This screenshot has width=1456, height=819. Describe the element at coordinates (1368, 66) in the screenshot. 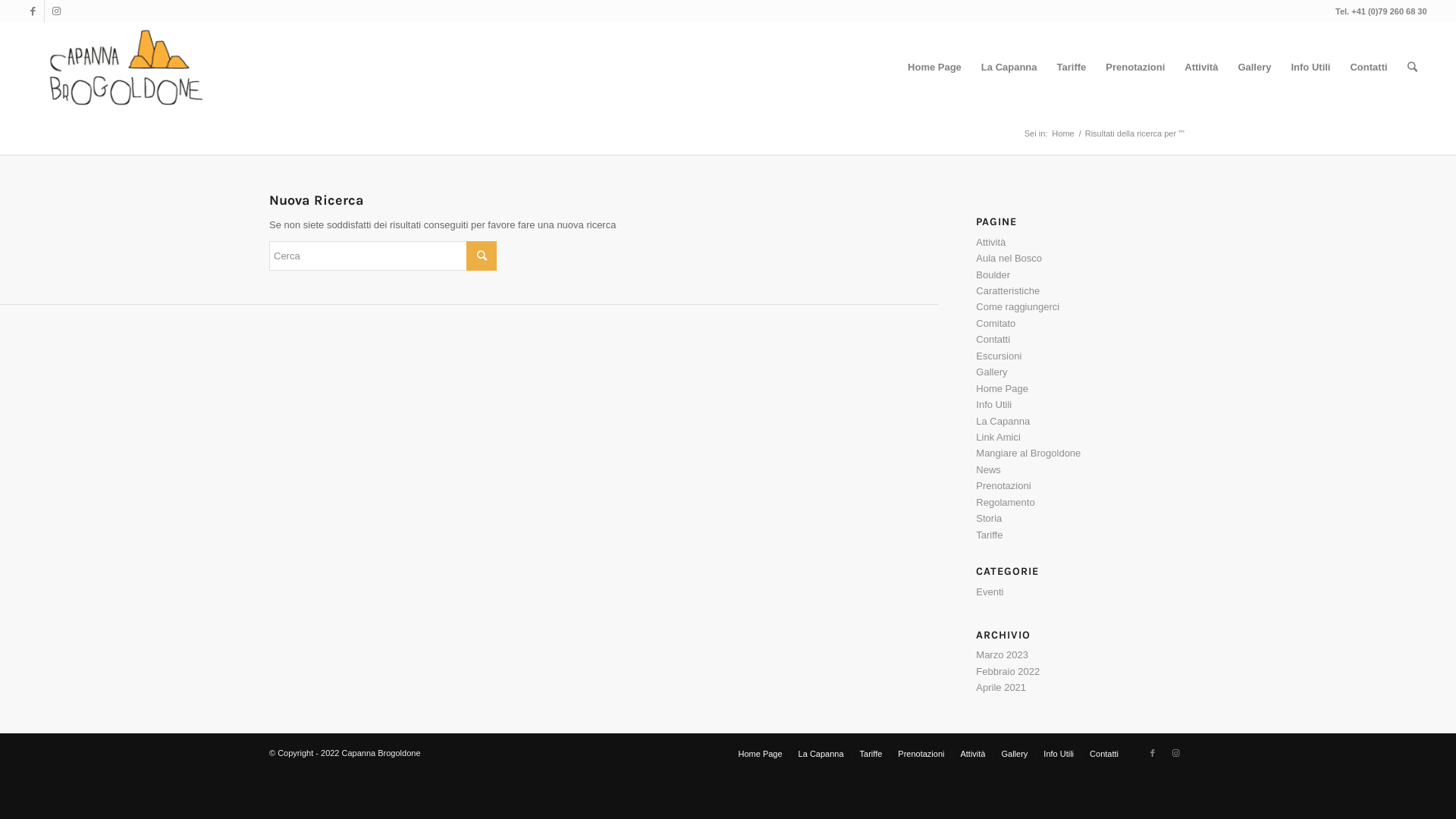

I see `'Contatti'` at that location.